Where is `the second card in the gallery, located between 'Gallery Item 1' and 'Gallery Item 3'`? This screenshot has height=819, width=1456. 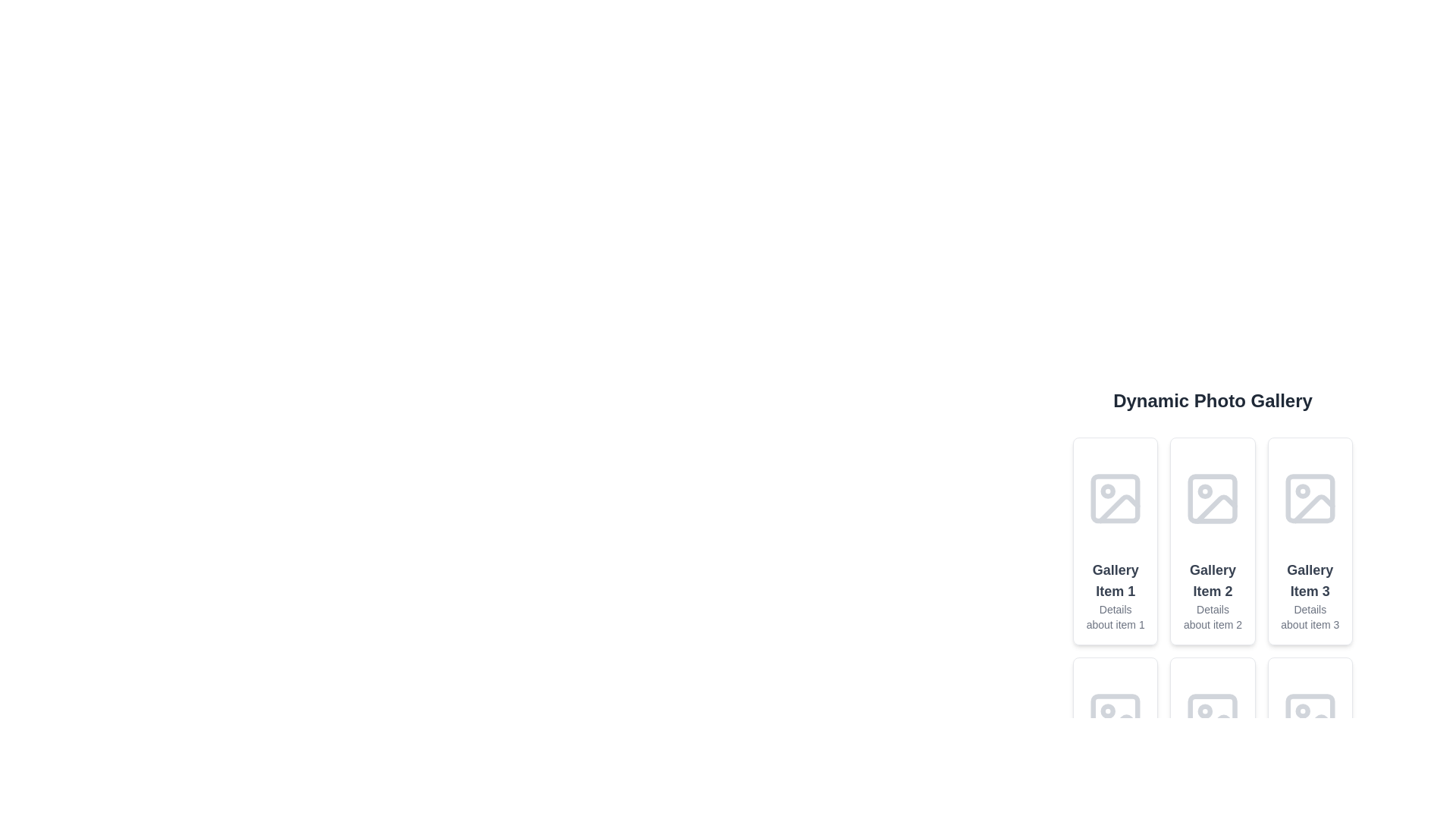
the second card in the gallery, located between 'Gallery Item 1' and 'Gallery Item 3' is located at coordinates (1212, 540).